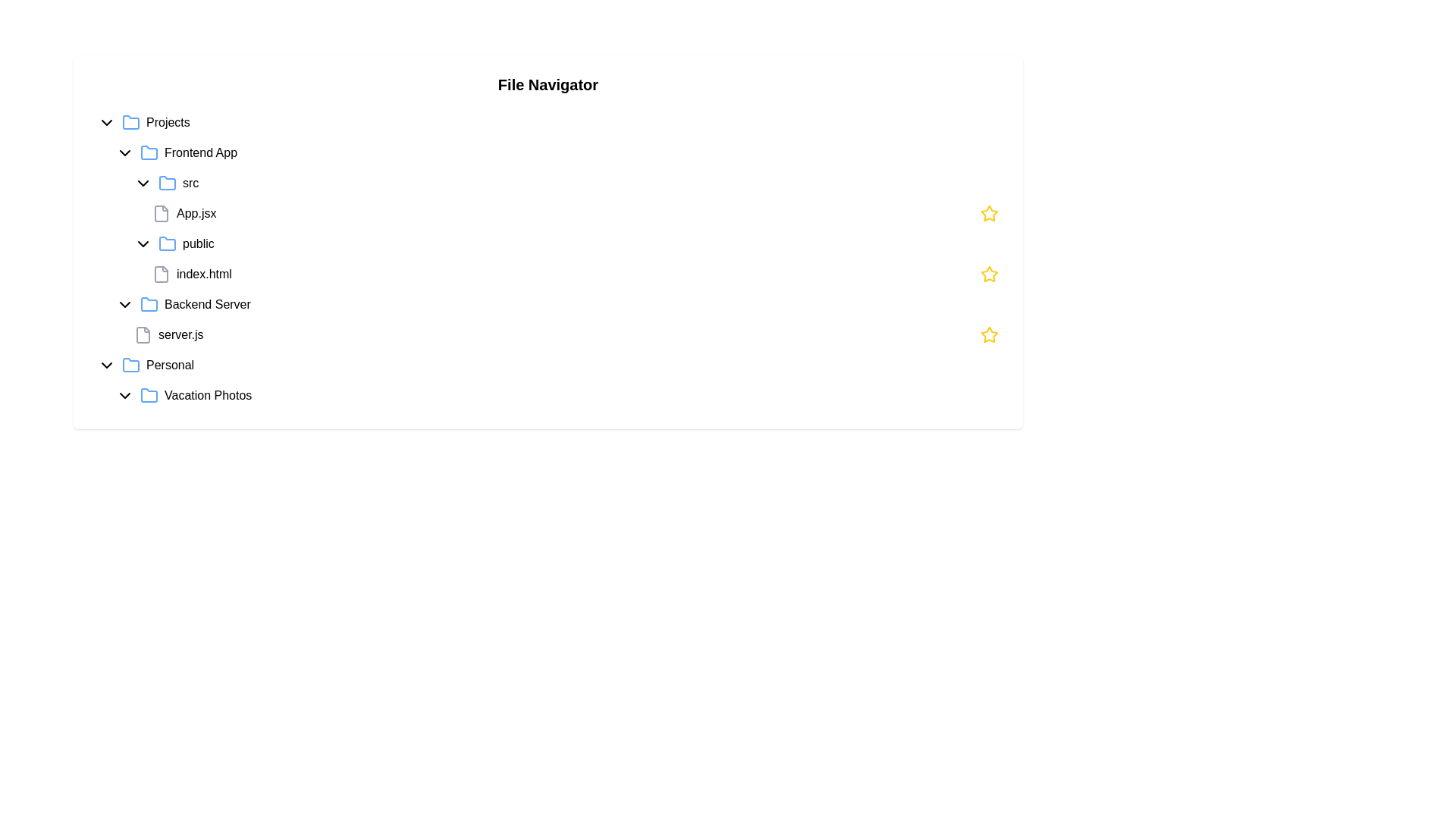 The image size is (1456, 819). What do you see at coordinates (143, 334) in the screenshot?
I see `the file icon representing 'server.js', which is a light gray document icon with a fold at the top right corner, located in the file navigation panel` at bounding box center [143, 334].